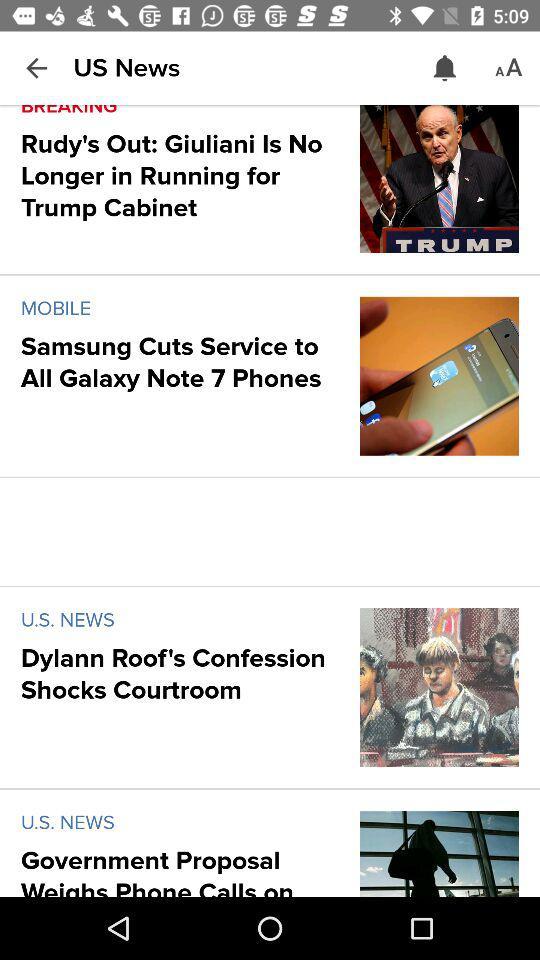 Image resolution: width=540 pixels, height=960 pixels. I want to click on the us news item, so click(126, 68).